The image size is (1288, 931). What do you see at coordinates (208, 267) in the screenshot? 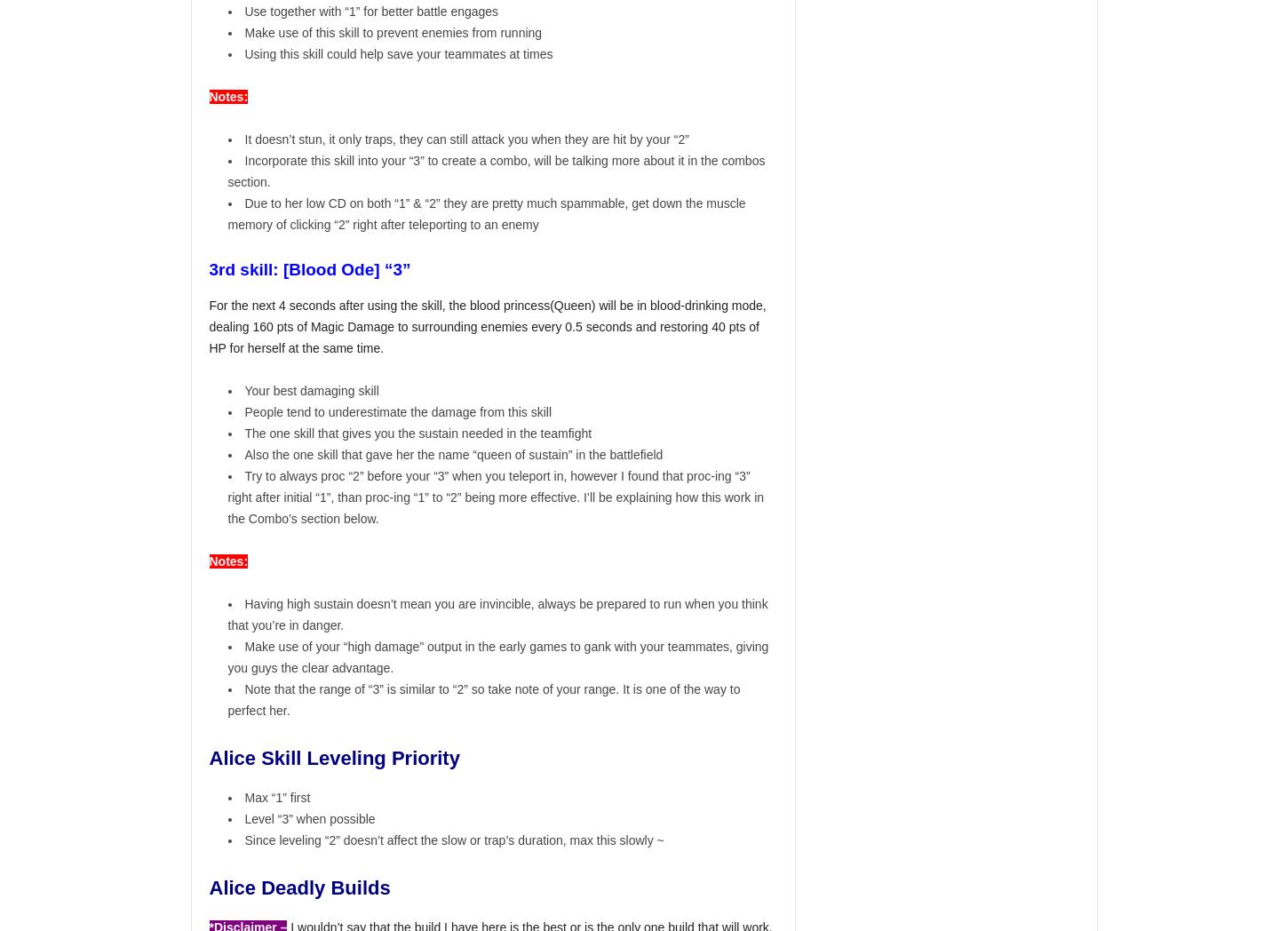
I see `'3rd skill: [Blood Ode] “3”'` at bounding box center [208, 267].